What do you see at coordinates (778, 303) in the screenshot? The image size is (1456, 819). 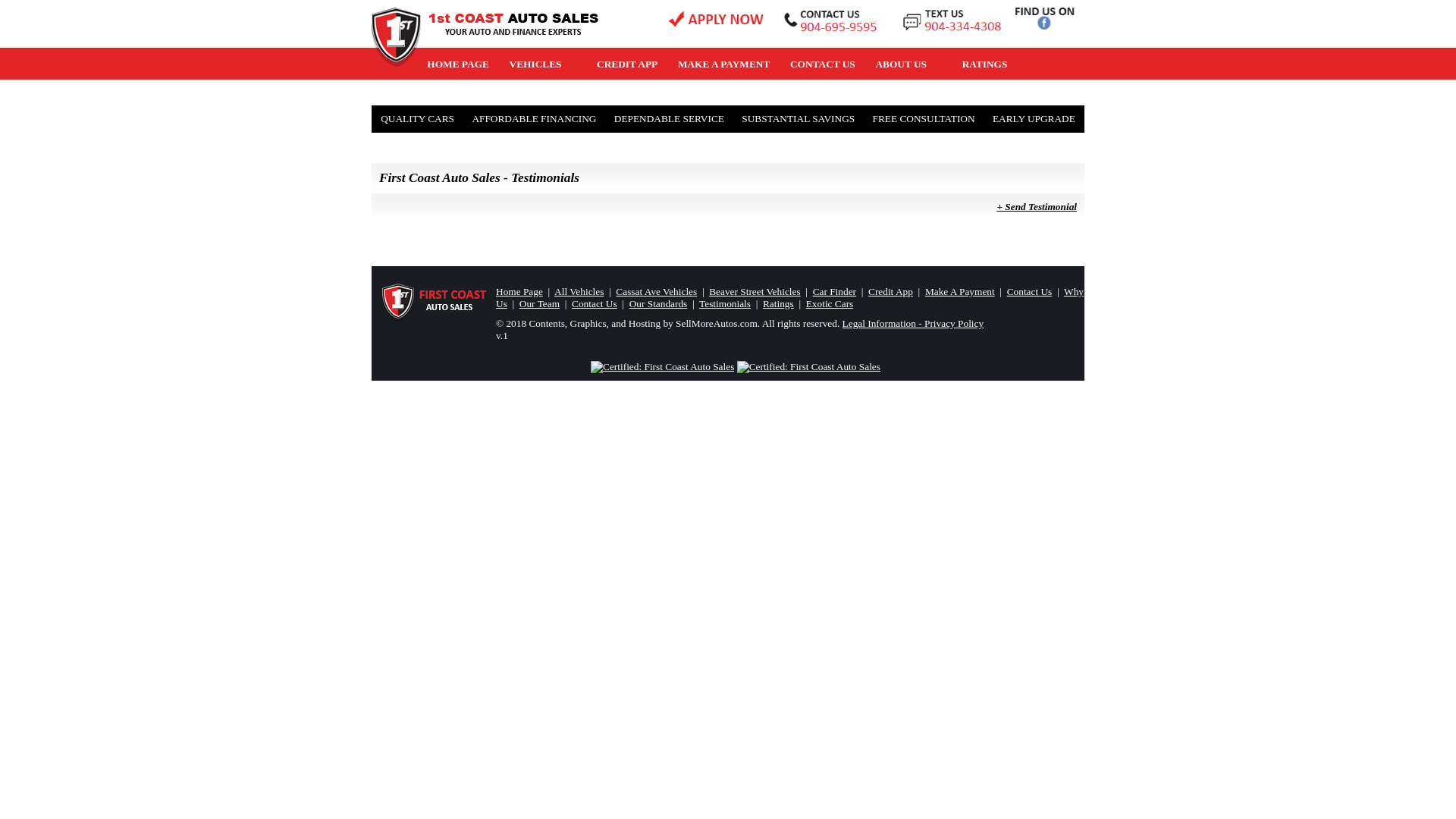 I see `'Ratings'` at bounding box center [778, 303].